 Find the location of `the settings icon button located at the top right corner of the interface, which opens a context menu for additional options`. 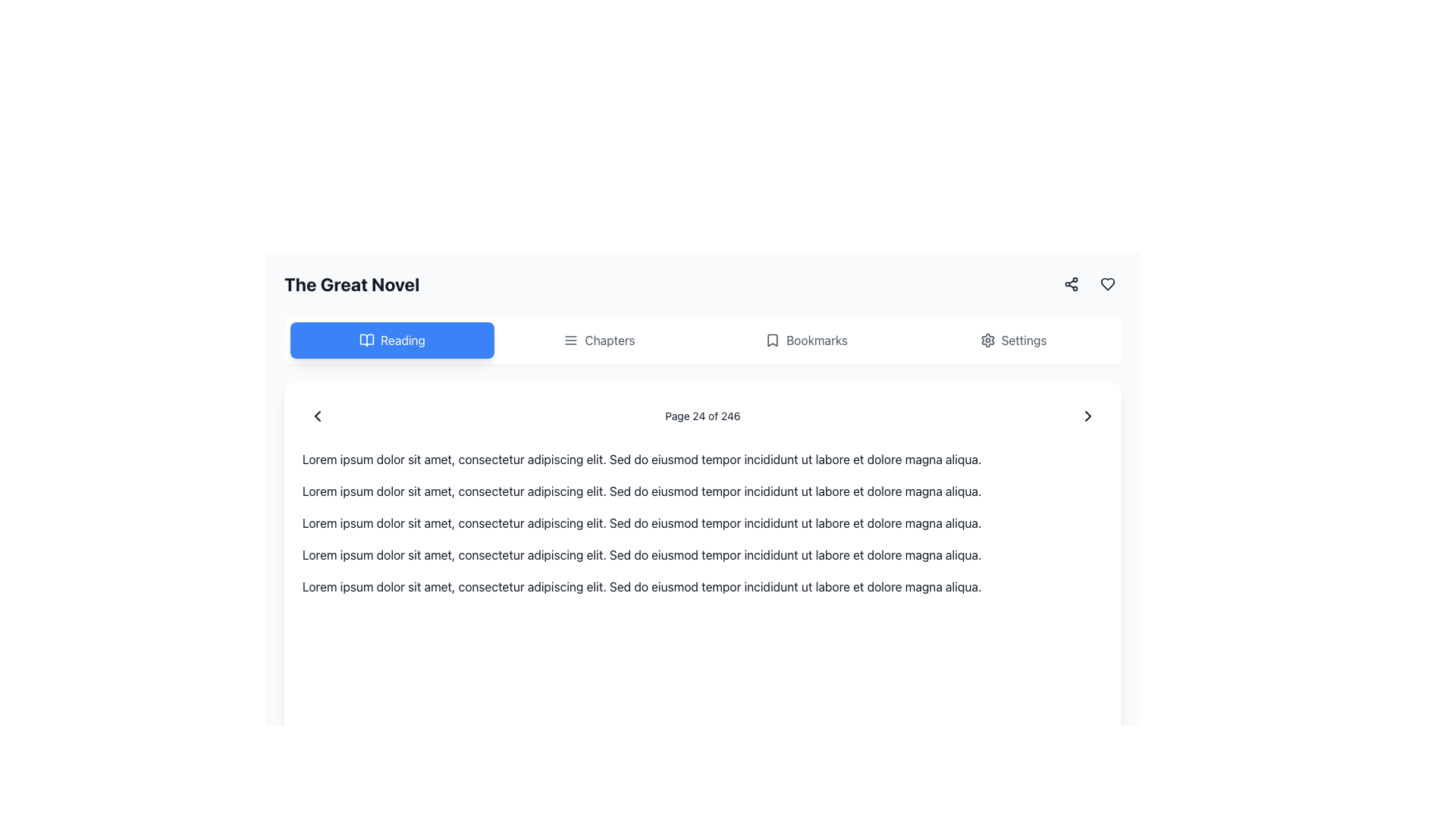

the settings icon button located at the top right corner of the interface, which opens a context menu for additional options is located at coordinates (987, 339).